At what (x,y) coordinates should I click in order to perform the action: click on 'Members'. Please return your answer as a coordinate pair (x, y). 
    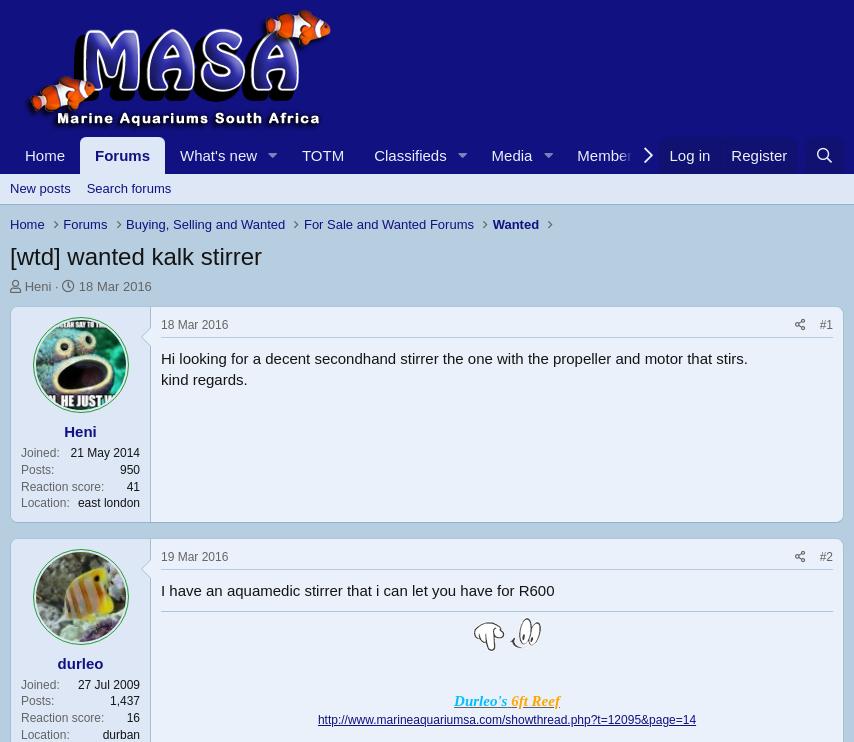
    Looking at the image, I should click on (607, 155).